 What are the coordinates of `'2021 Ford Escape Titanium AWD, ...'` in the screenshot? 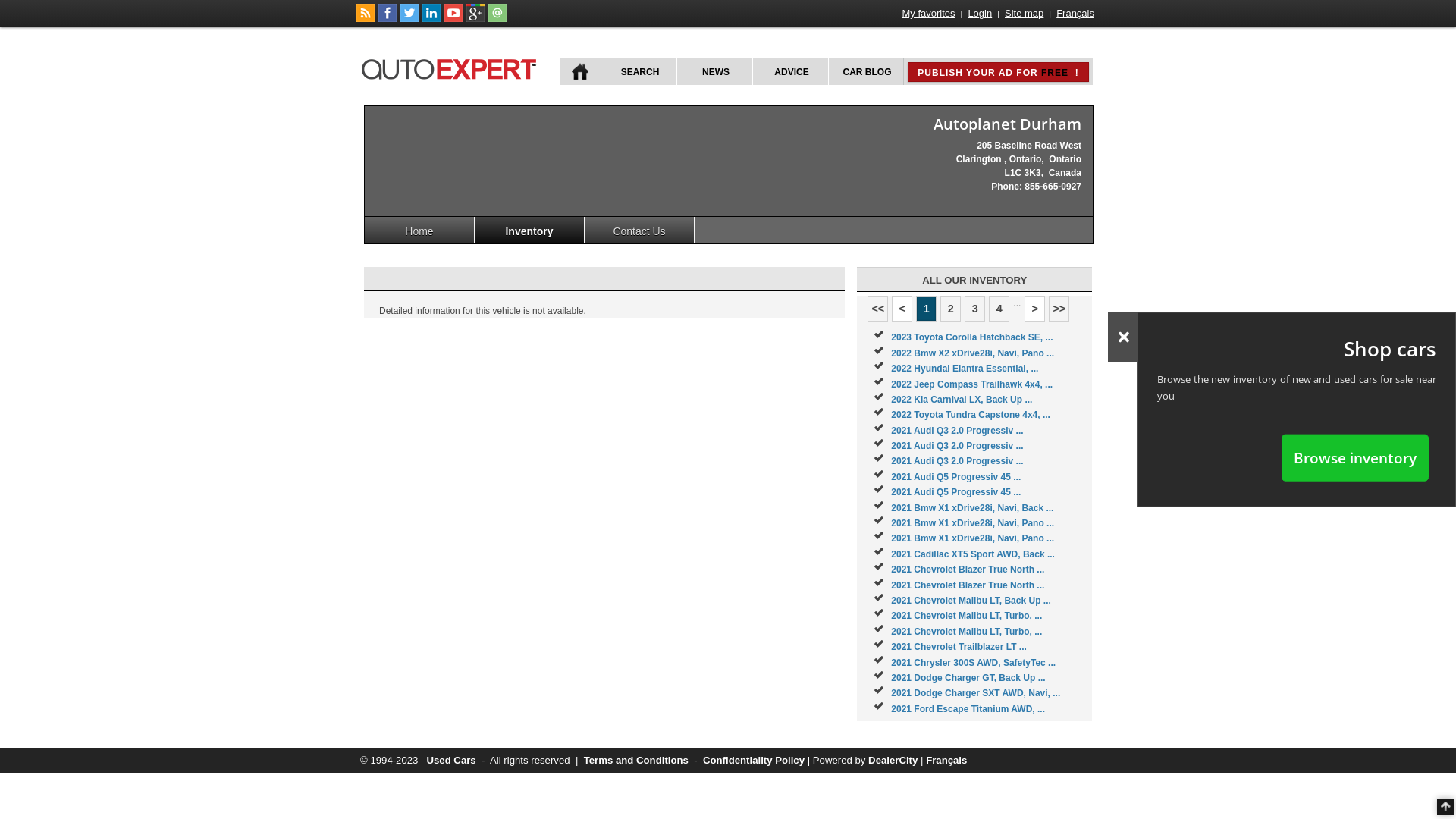 It's located at (891, 708).